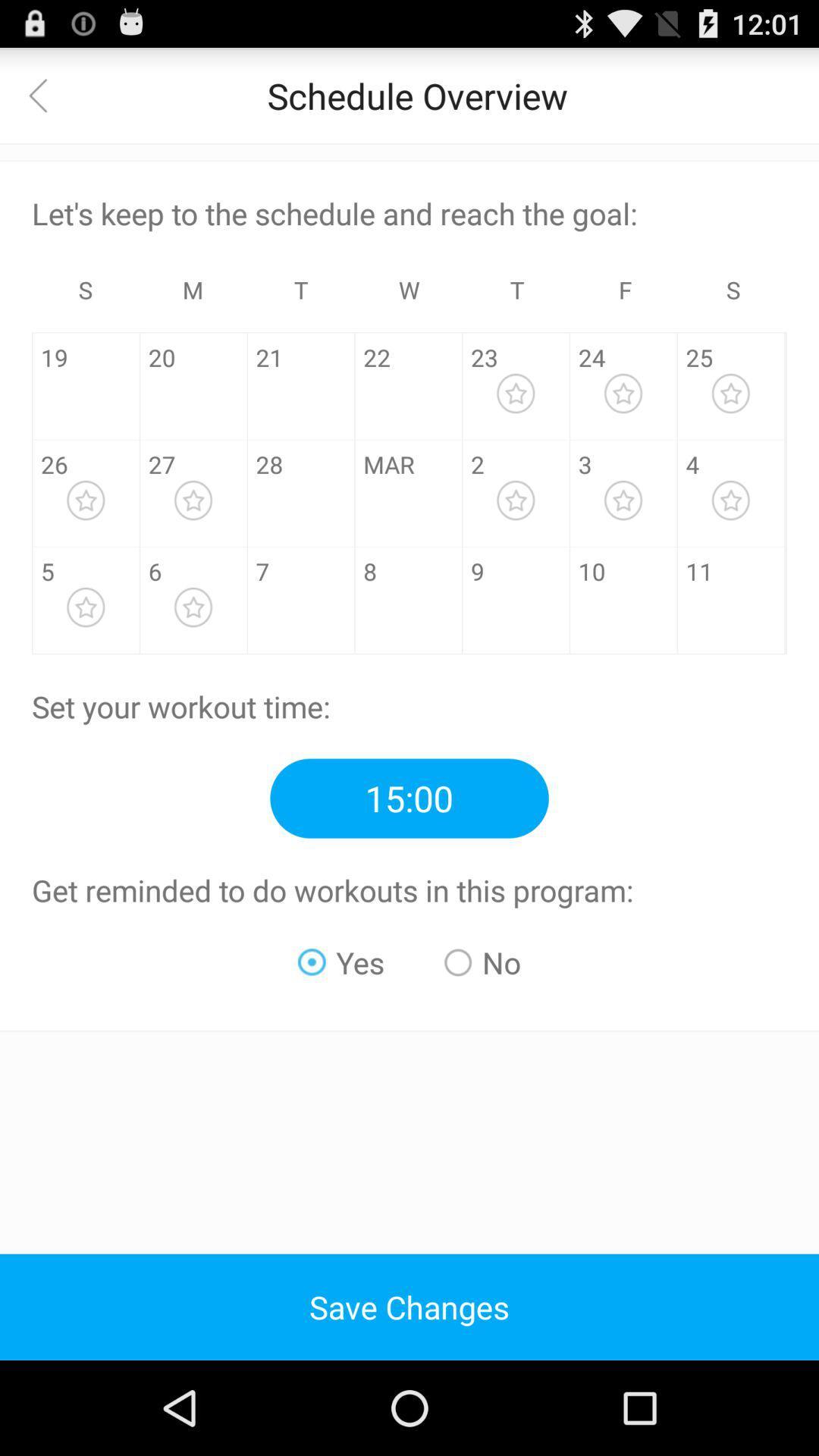 The image size is (819, 1456). I want to click on item next to the schedule overview item, so click(46, 94).